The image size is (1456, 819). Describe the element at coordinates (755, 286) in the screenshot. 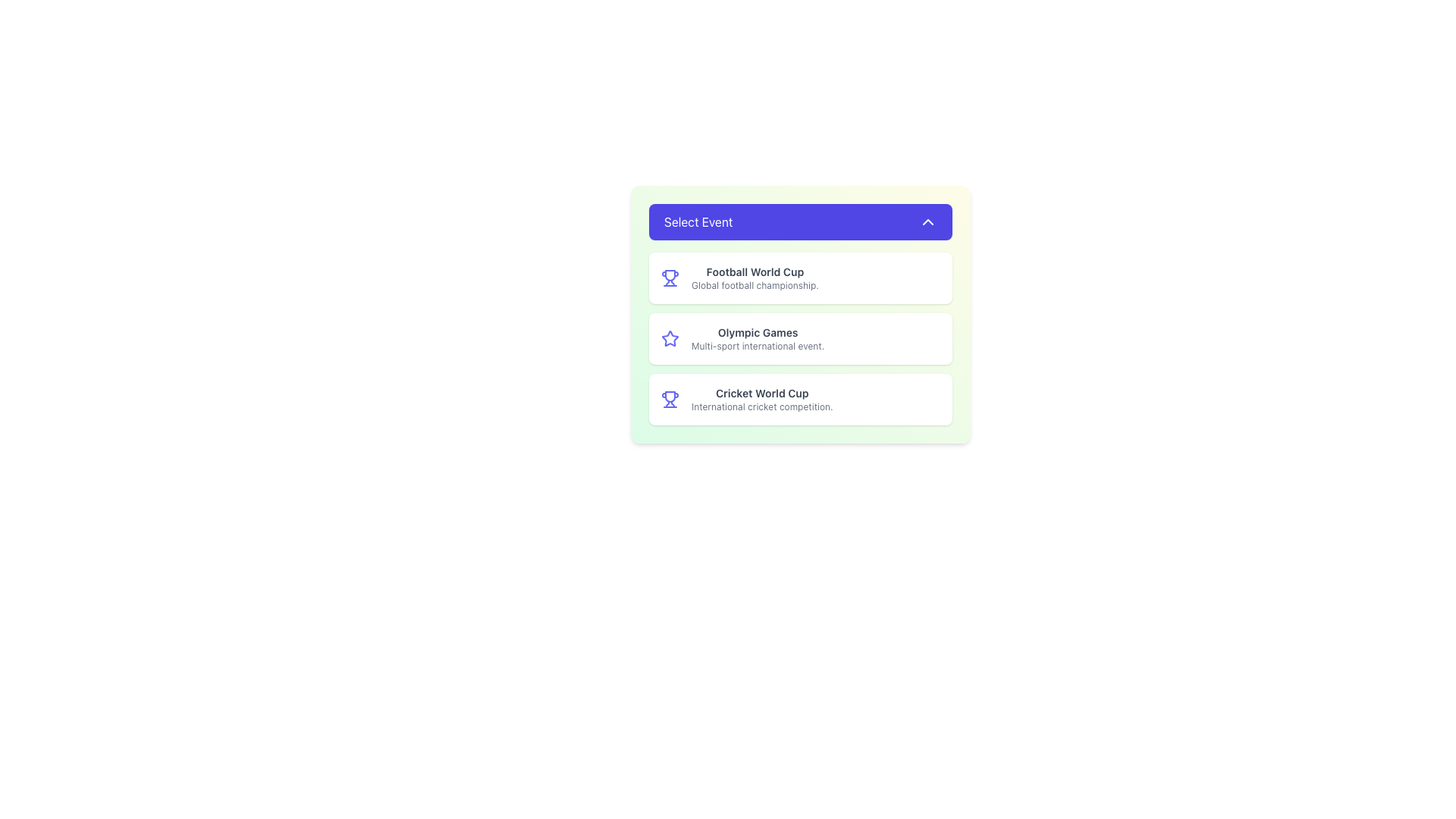

I see `the descriptive label that provides context for the 'Football World Cup' event, located under the event heading and appearing as the second line in its grouping` at that location.